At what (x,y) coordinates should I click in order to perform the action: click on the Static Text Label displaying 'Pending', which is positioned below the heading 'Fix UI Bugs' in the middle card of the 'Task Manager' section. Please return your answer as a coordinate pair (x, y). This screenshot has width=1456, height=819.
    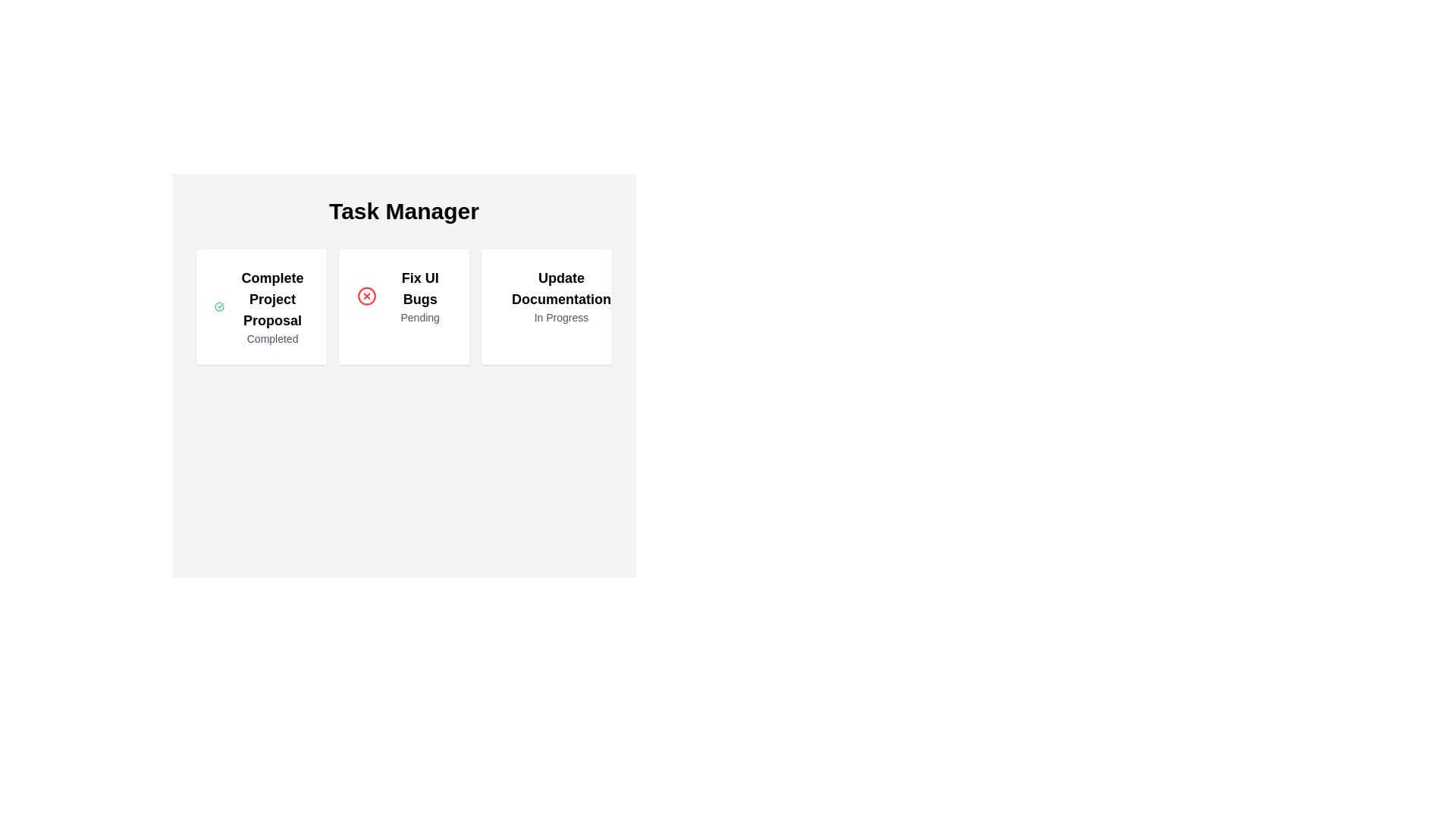
    Looking at the image, I should click on (420, 317).